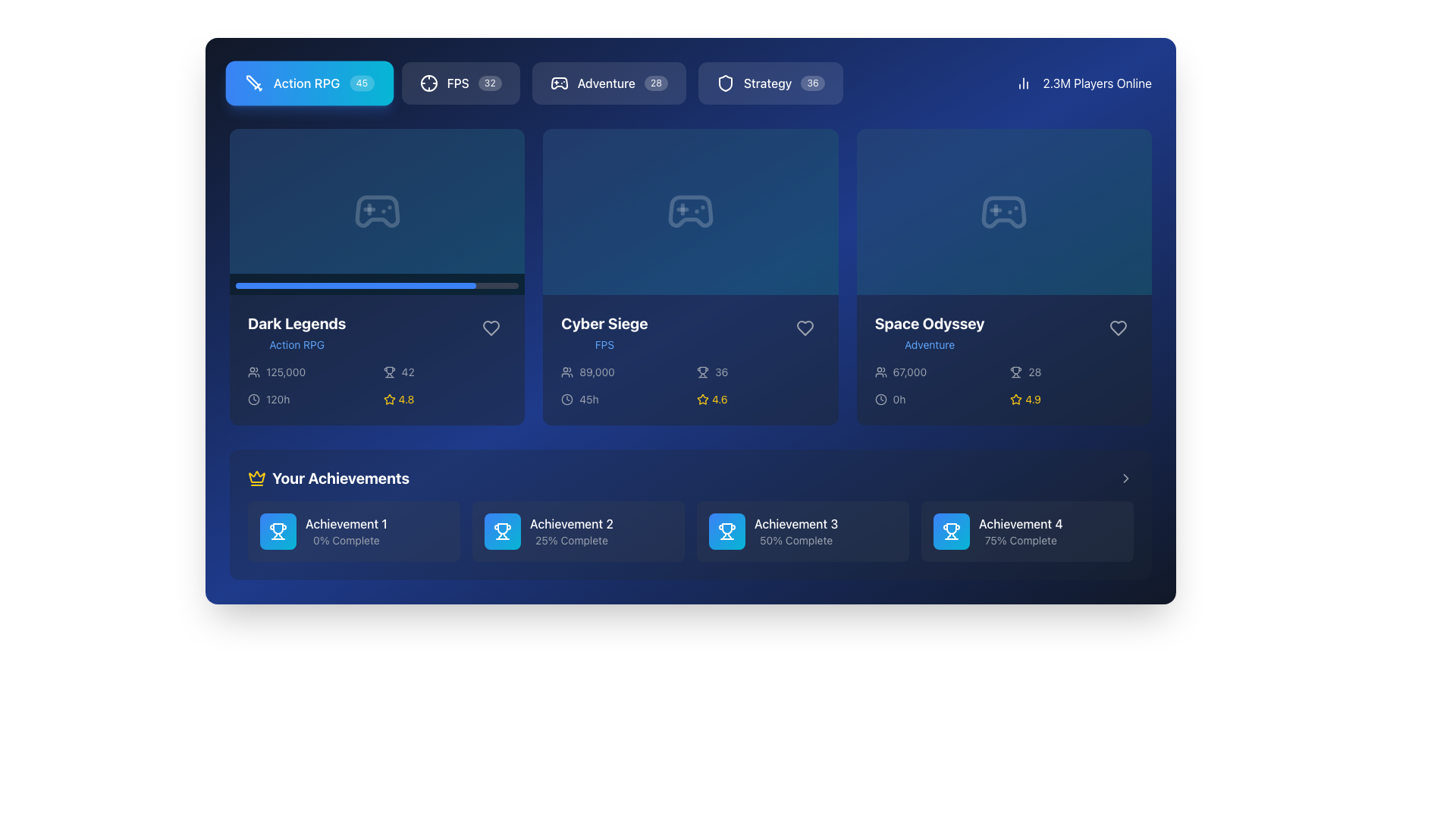 The height and width of the screenshot is (819, 1456). I want to click on the progress level of the progress bar located at the bottom of the 'Dark Legends' game card, which visually represents a completion percentage, so click(355, 286).